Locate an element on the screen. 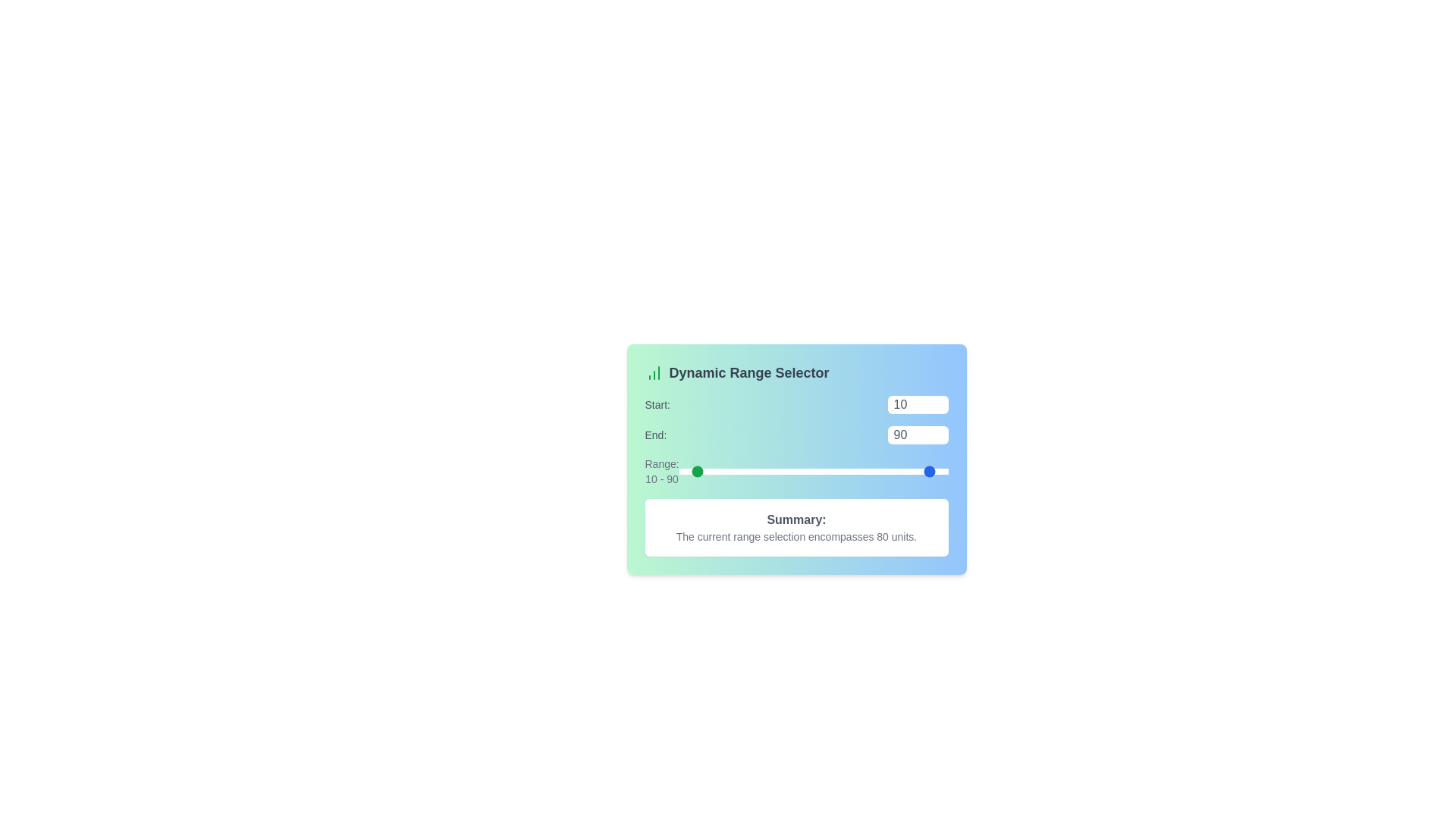 Image resolution: width=1456 pixels, height=819 pixels. the 'Start' range slider to 81 is located at coordinates (788, 470).